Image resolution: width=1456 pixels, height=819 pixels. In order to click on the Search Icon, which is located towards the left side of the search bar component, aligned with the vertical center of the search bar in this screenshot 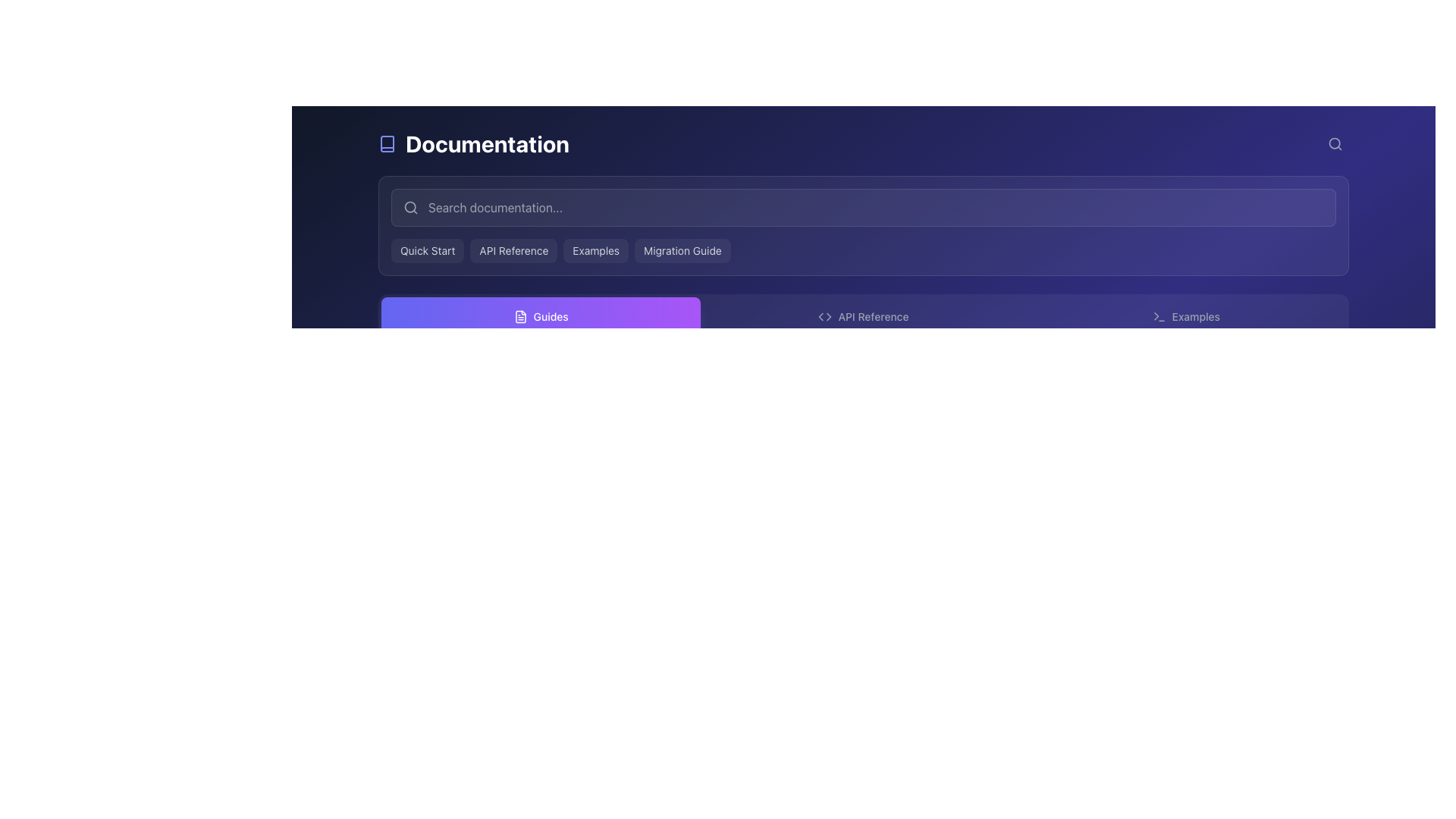, I will do `click(411, 207)`.